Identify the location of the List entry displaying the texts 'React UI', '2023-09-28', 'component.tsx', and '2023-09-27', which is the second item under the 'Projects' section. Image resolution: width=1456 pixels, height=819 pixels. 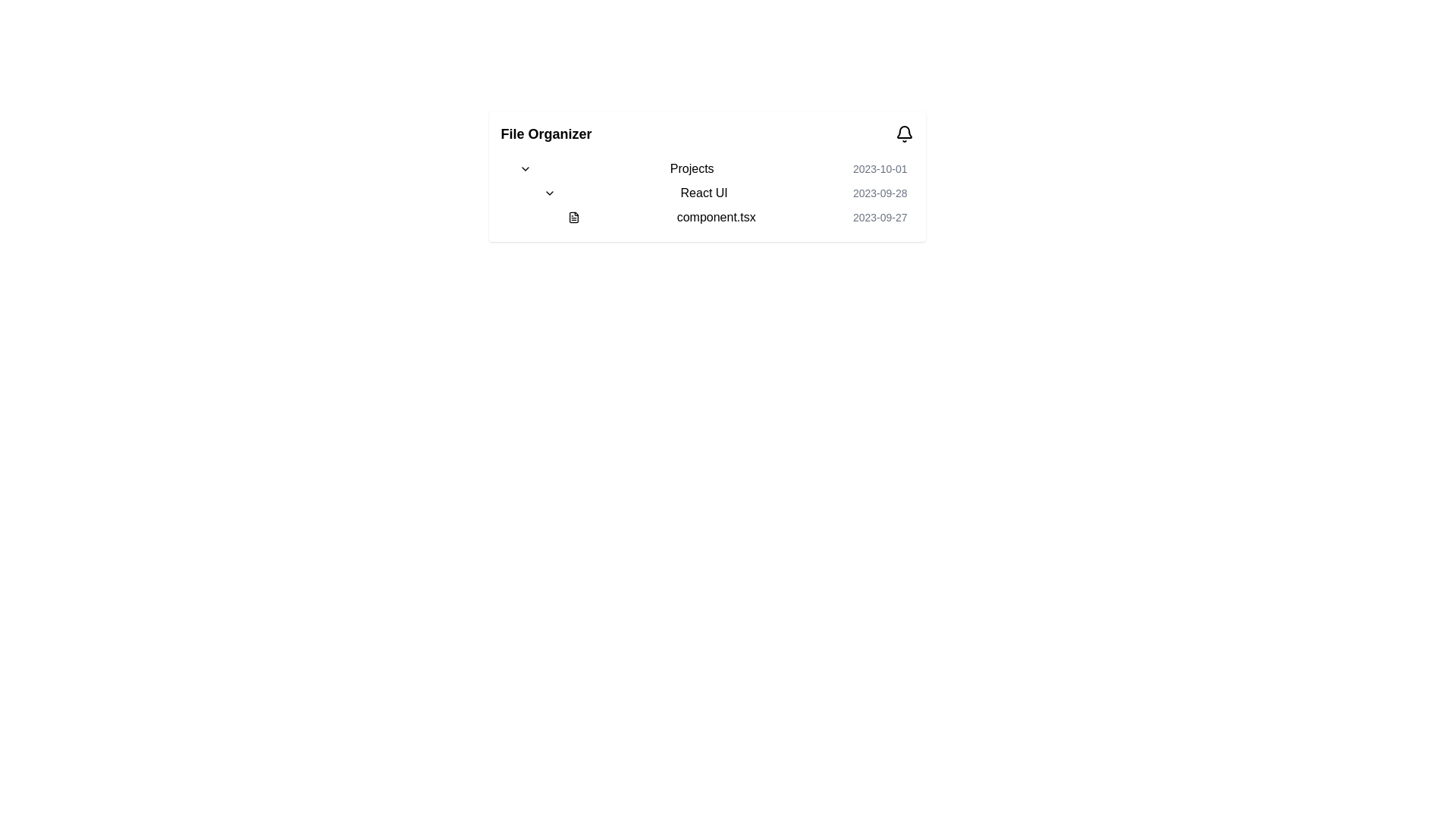
(718, 205).